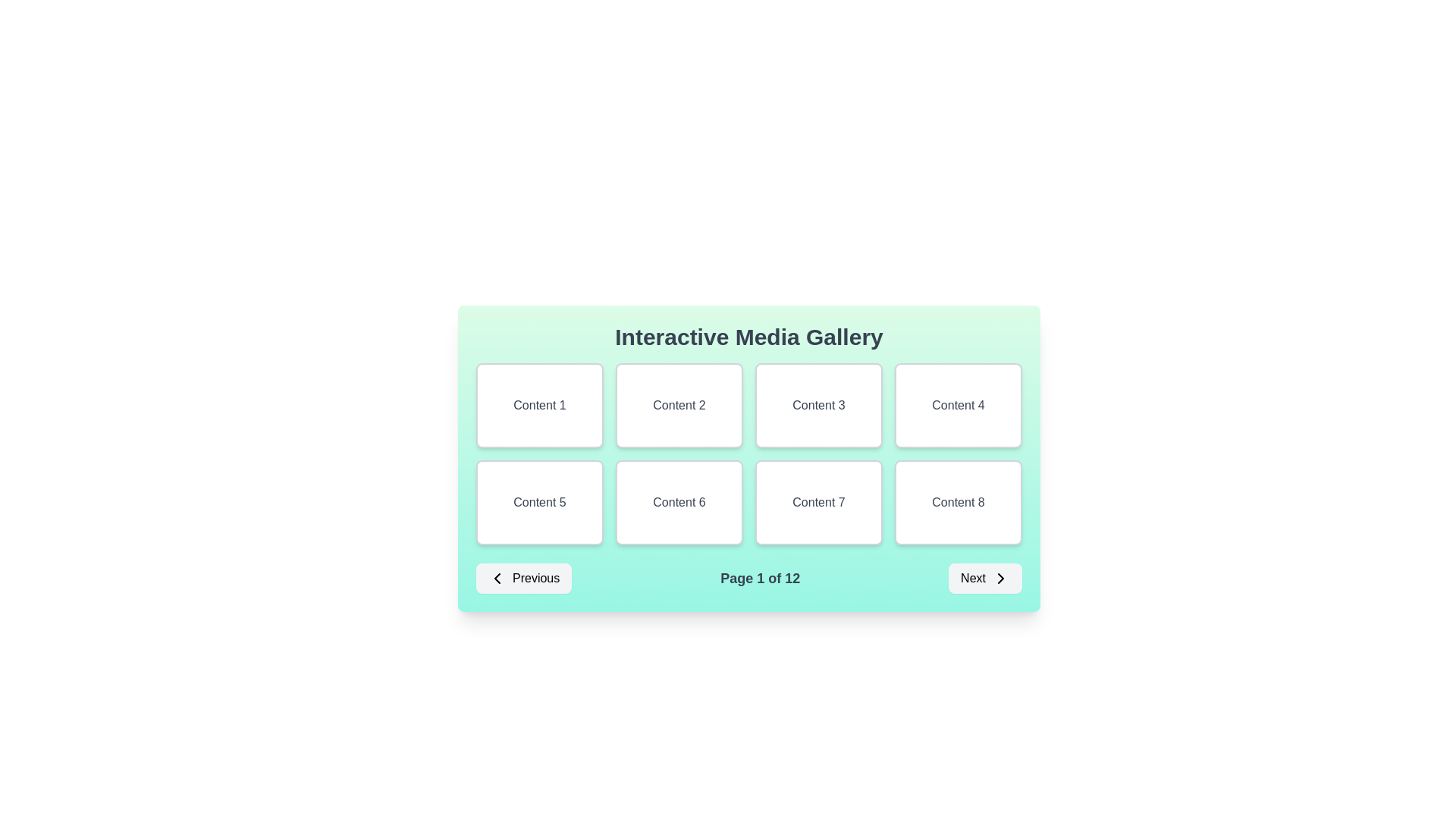  Describe the element at coordinates (818, 405) in the screenshot. I see `the informational card labeled 'Content 3', which is the third card in the first row of a 4x2 grid layout` at that location.